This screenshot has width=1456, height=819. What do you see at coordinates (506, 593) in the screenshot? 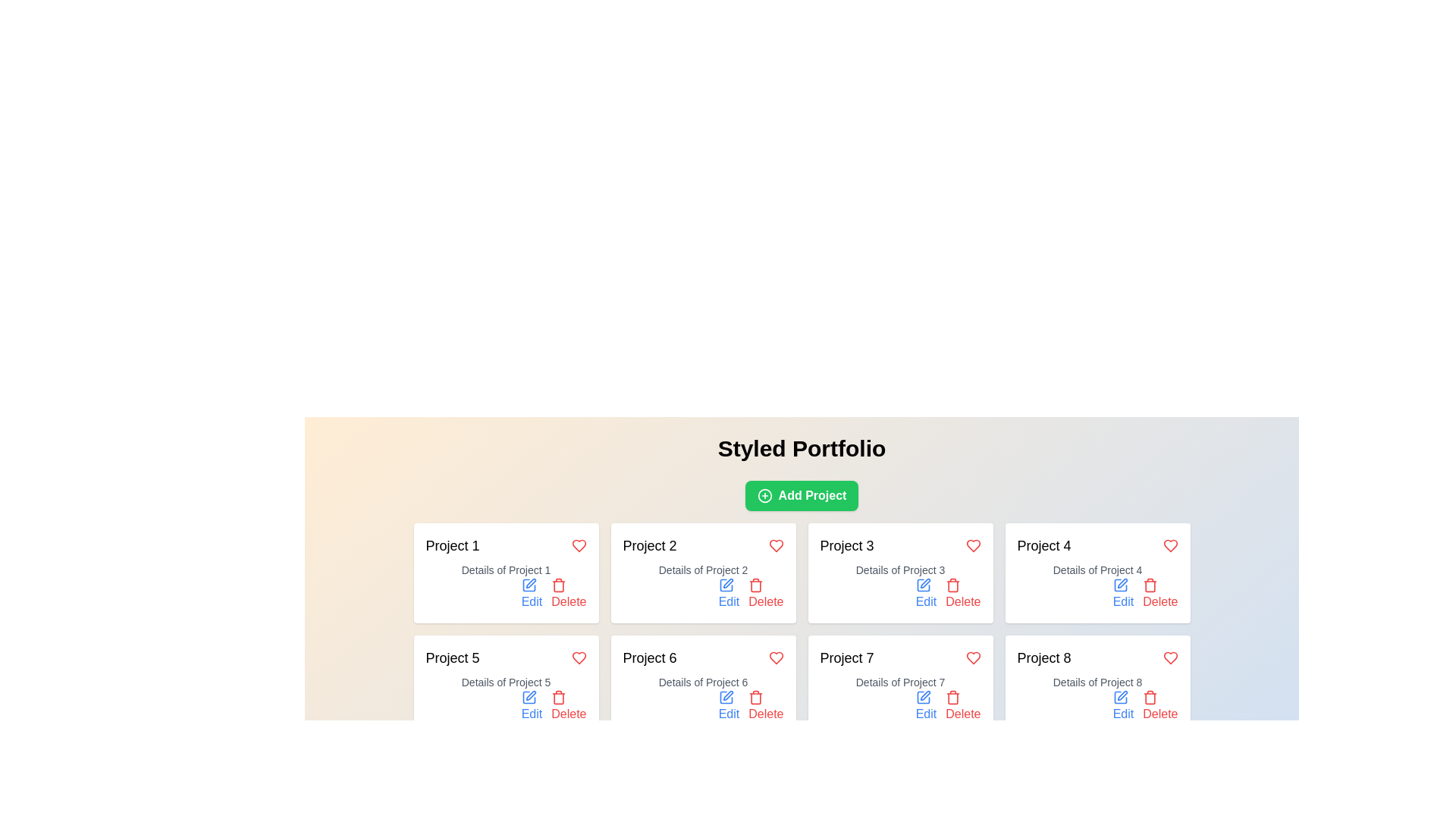
I see `the 'Edit' button in the Button group located at the bottom-right corner of the 'Project 1' box to modify the project` at bounding box center [506, 593].